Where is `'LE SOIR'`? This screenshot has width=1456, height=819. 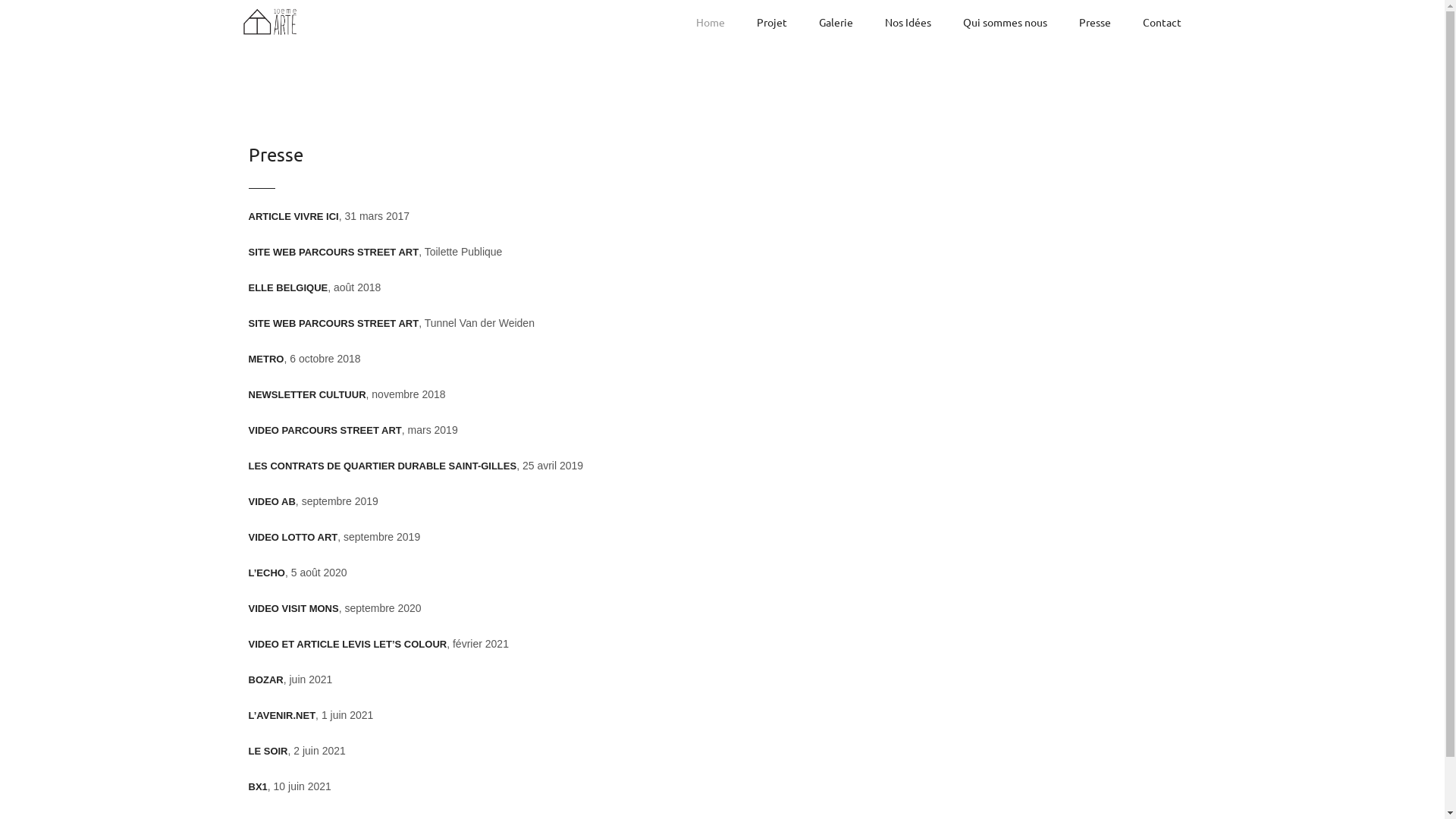
'LE SOIR' is located at coordinates (268, 751).